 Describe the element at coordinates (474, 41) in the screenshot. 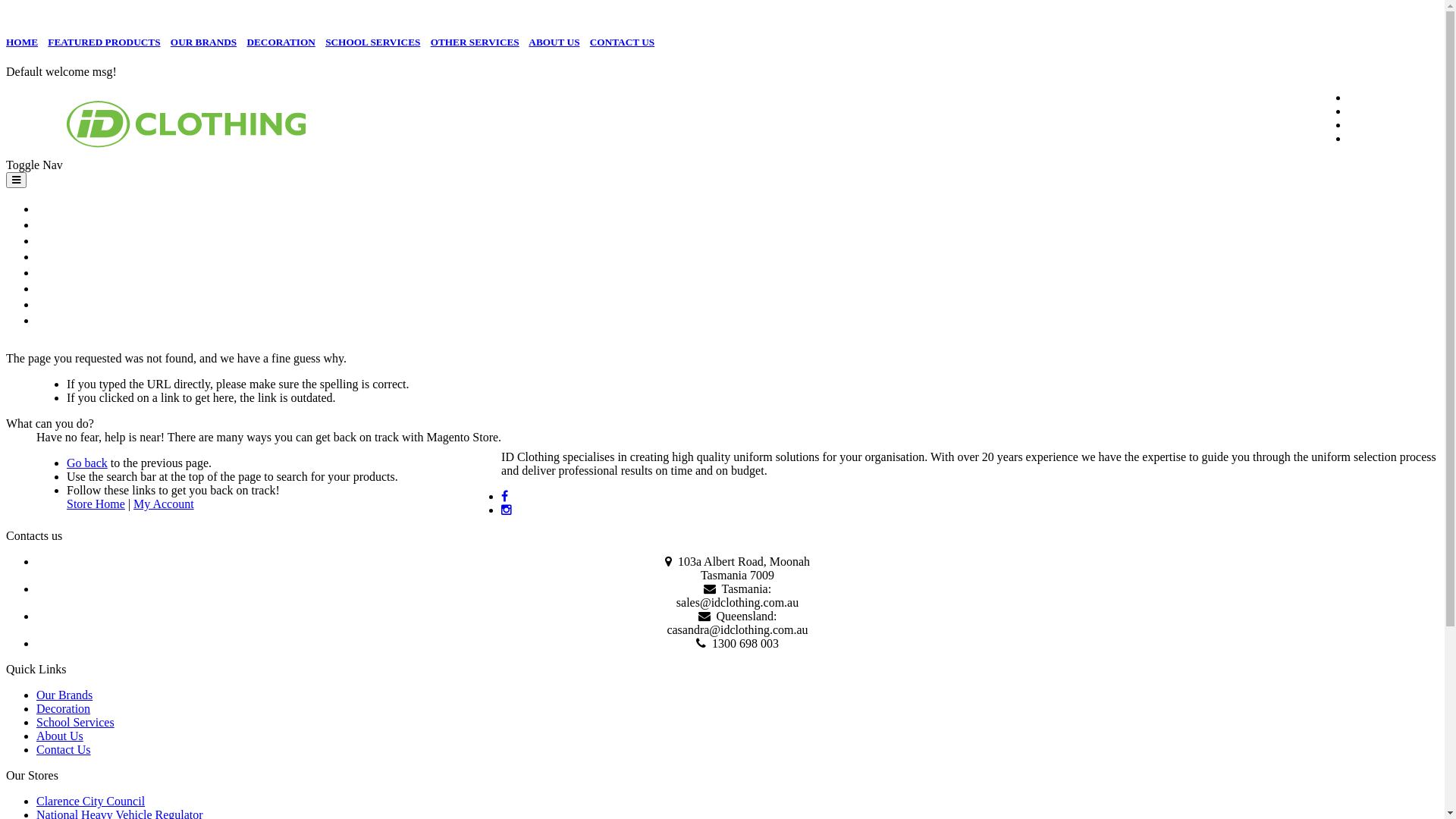

I see `'OTHER SERVICES'` at that location.